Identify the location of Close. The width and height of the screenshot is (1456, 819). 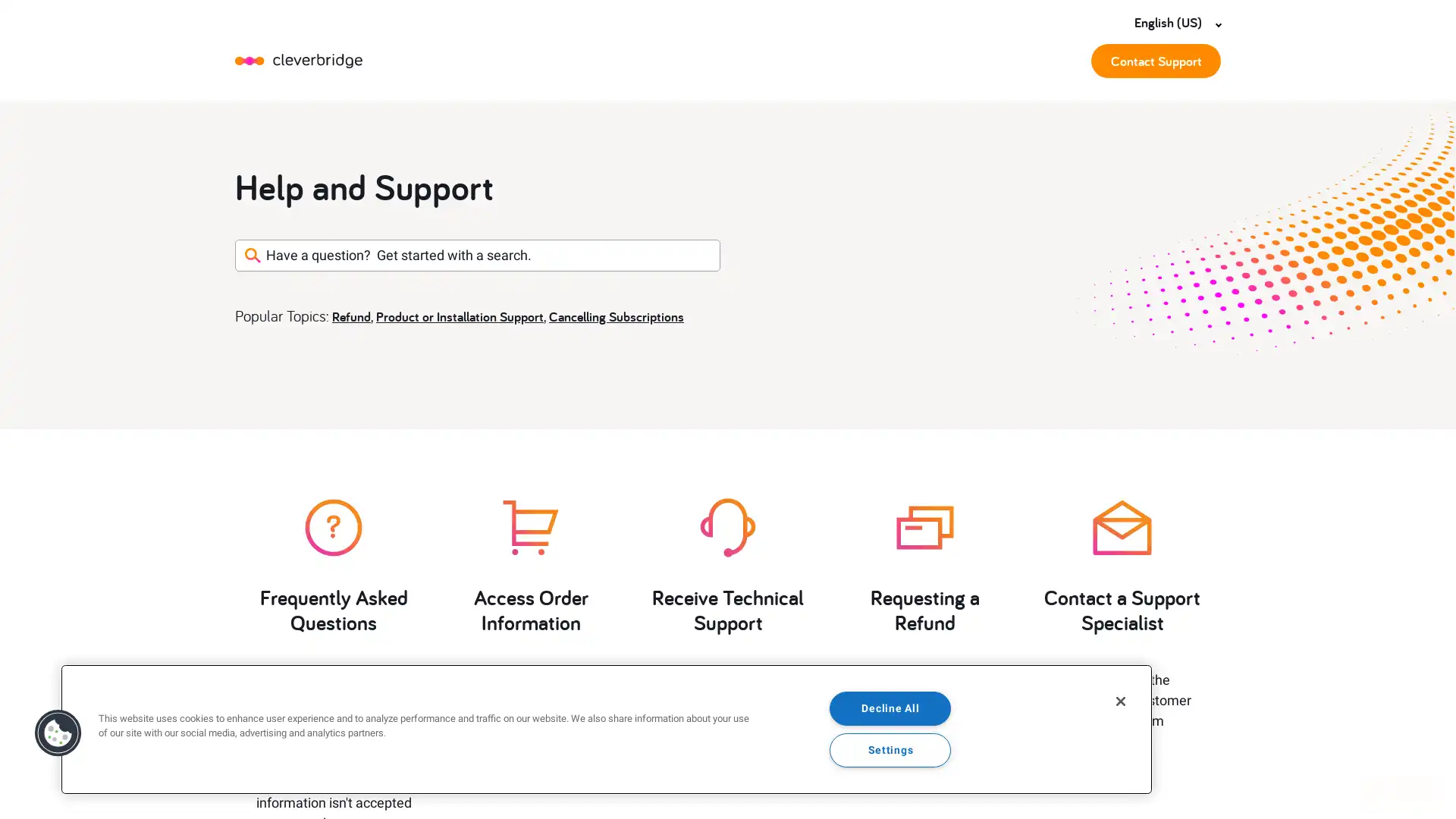
(1121, 701).